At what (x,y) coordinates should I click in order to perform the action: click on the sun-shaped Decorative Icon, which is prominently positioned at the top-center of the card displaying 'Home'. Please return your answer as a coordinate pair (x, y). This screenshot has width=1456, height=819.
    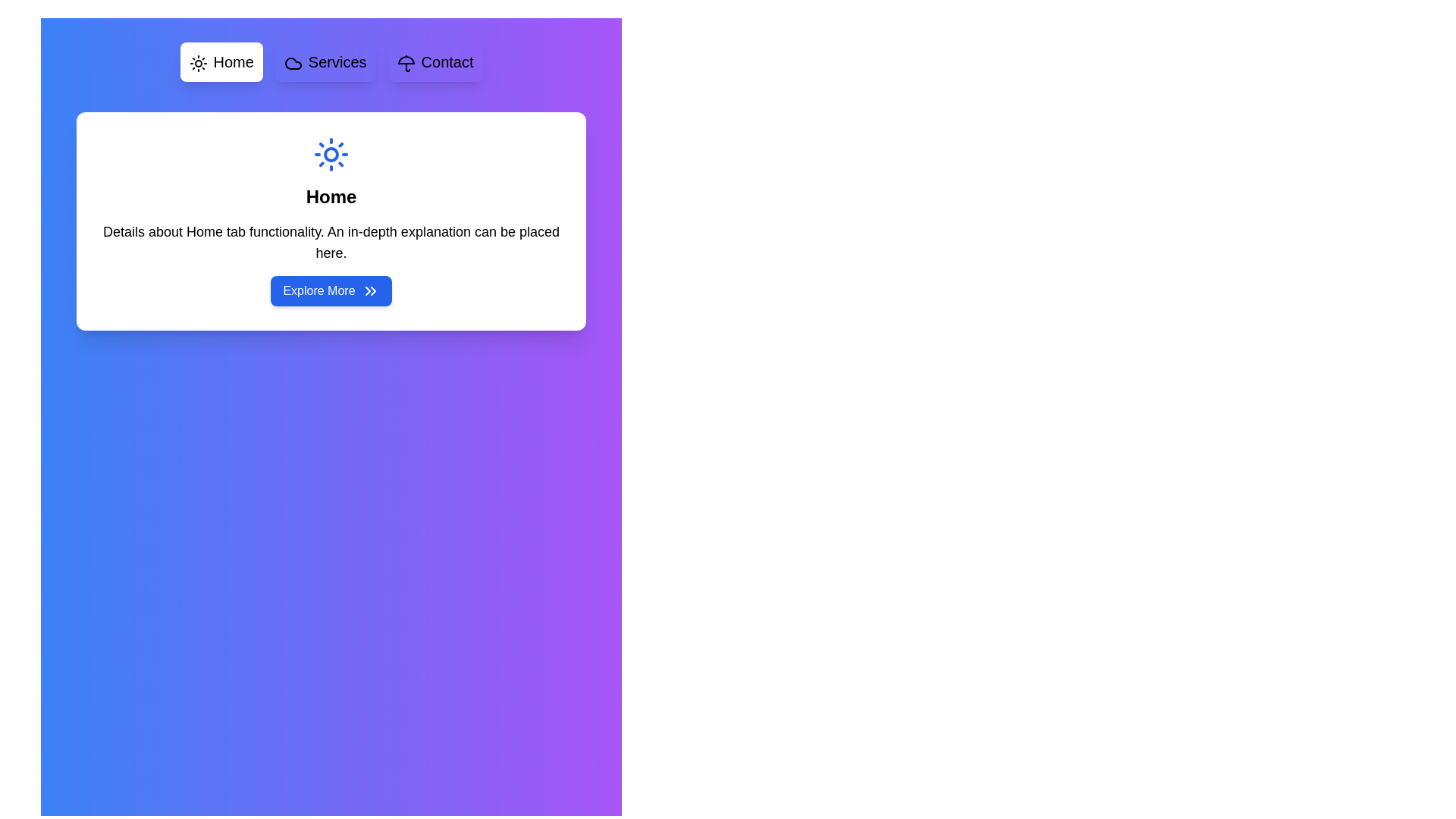
    Looking at the image, I should click on (330, 155).